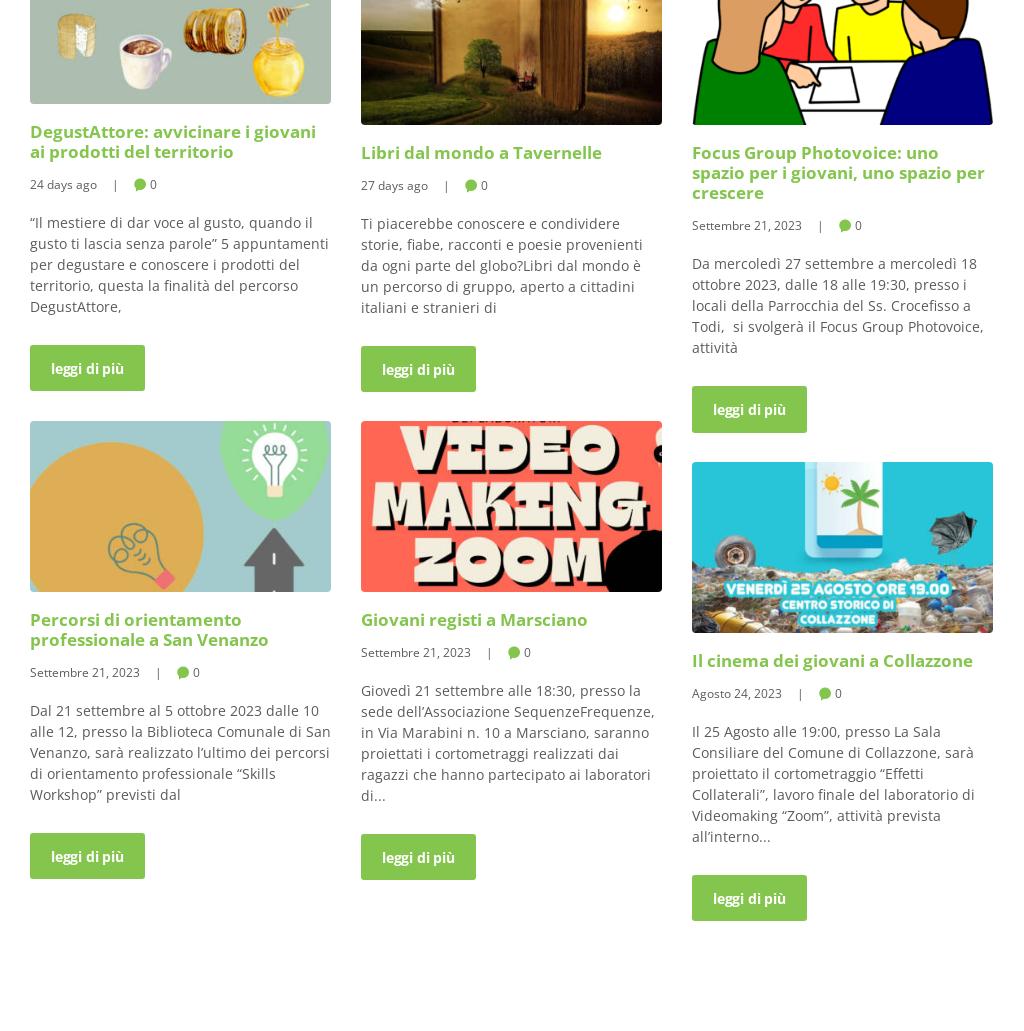 Image resolution: width=1024 pixels, height=1031 pixels. I want to click on '“Il mestiere di dar voce al gusto, quando il gusto ti lascia senza parole” 5 appuntamenti per degustare e conoscere i prodotti del territorio, questa la finalità del percorso DegustAttore,', so click(179, 264).